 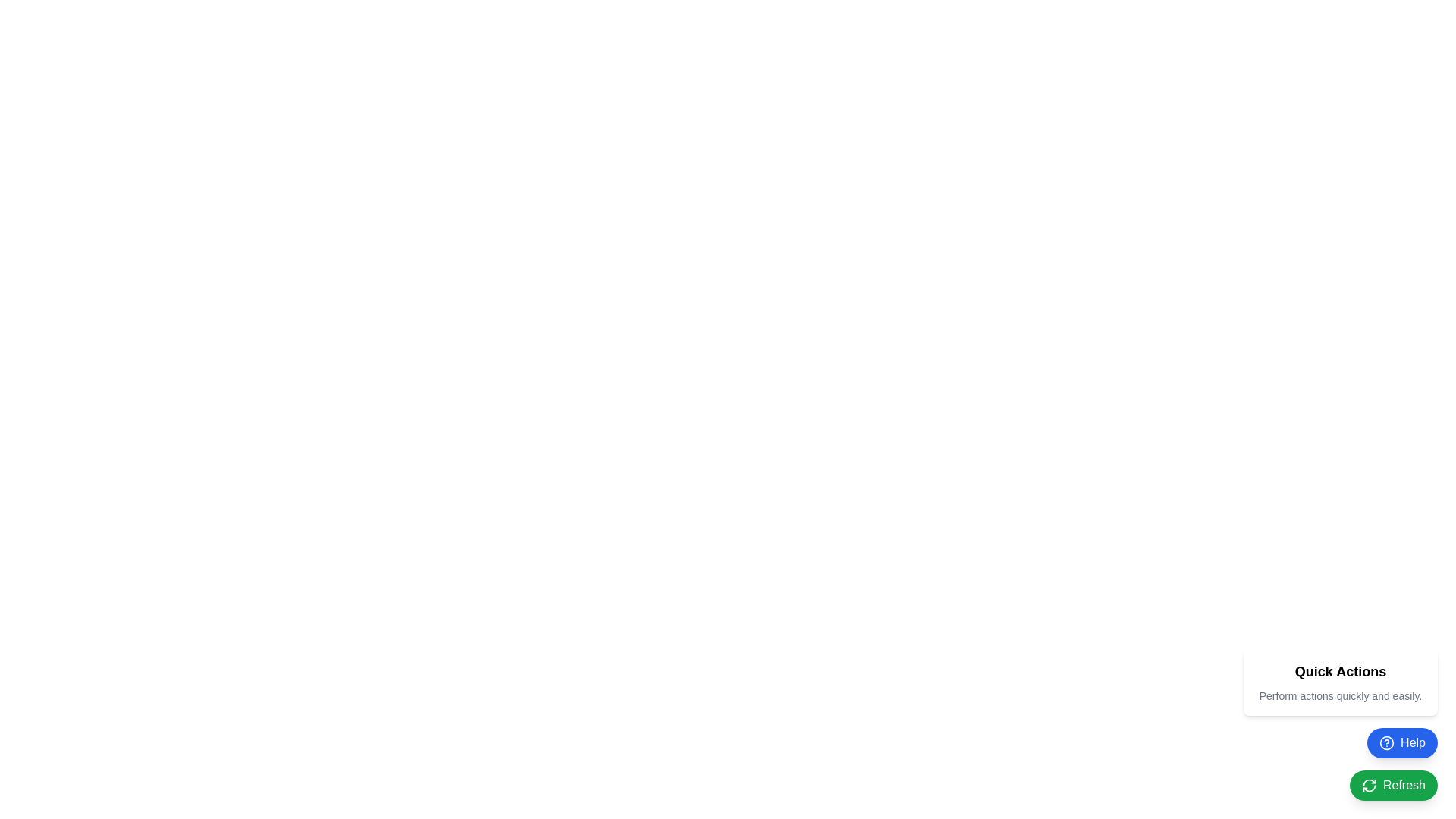 I want to click on the circular question mark icon within the blue 'Help' button, so click(x=1387, y=742).